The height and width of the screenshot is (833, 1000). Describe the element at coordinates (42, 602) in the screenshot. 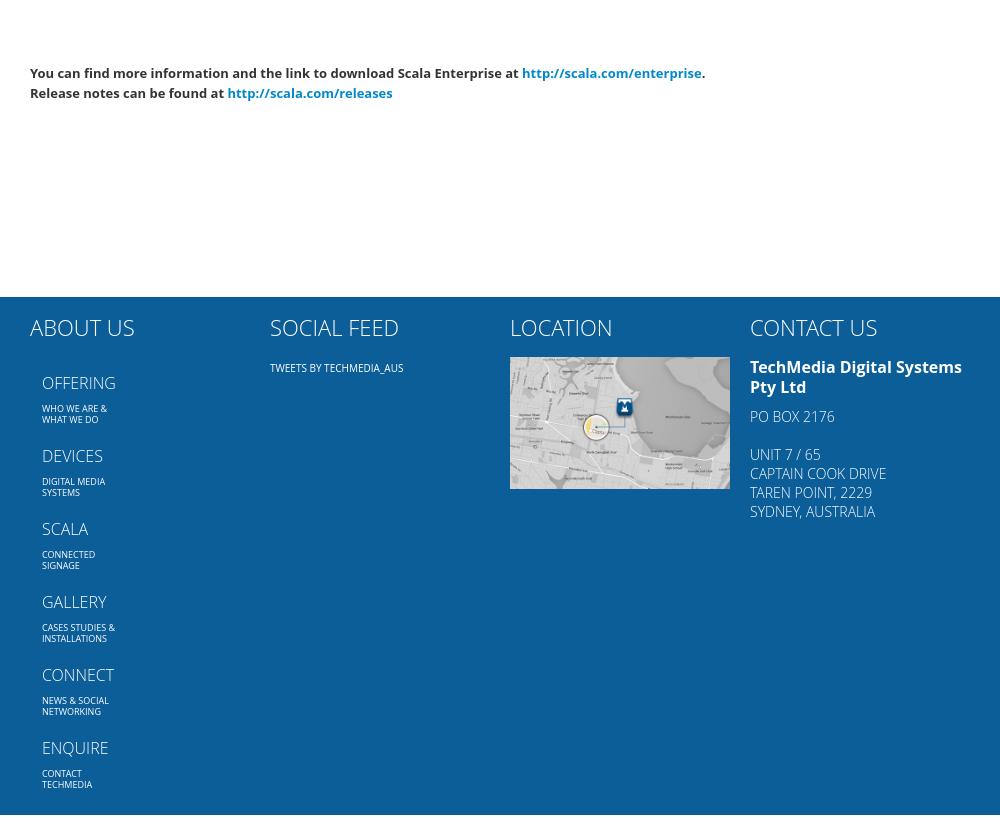

I see `'Gallery'` at that location.